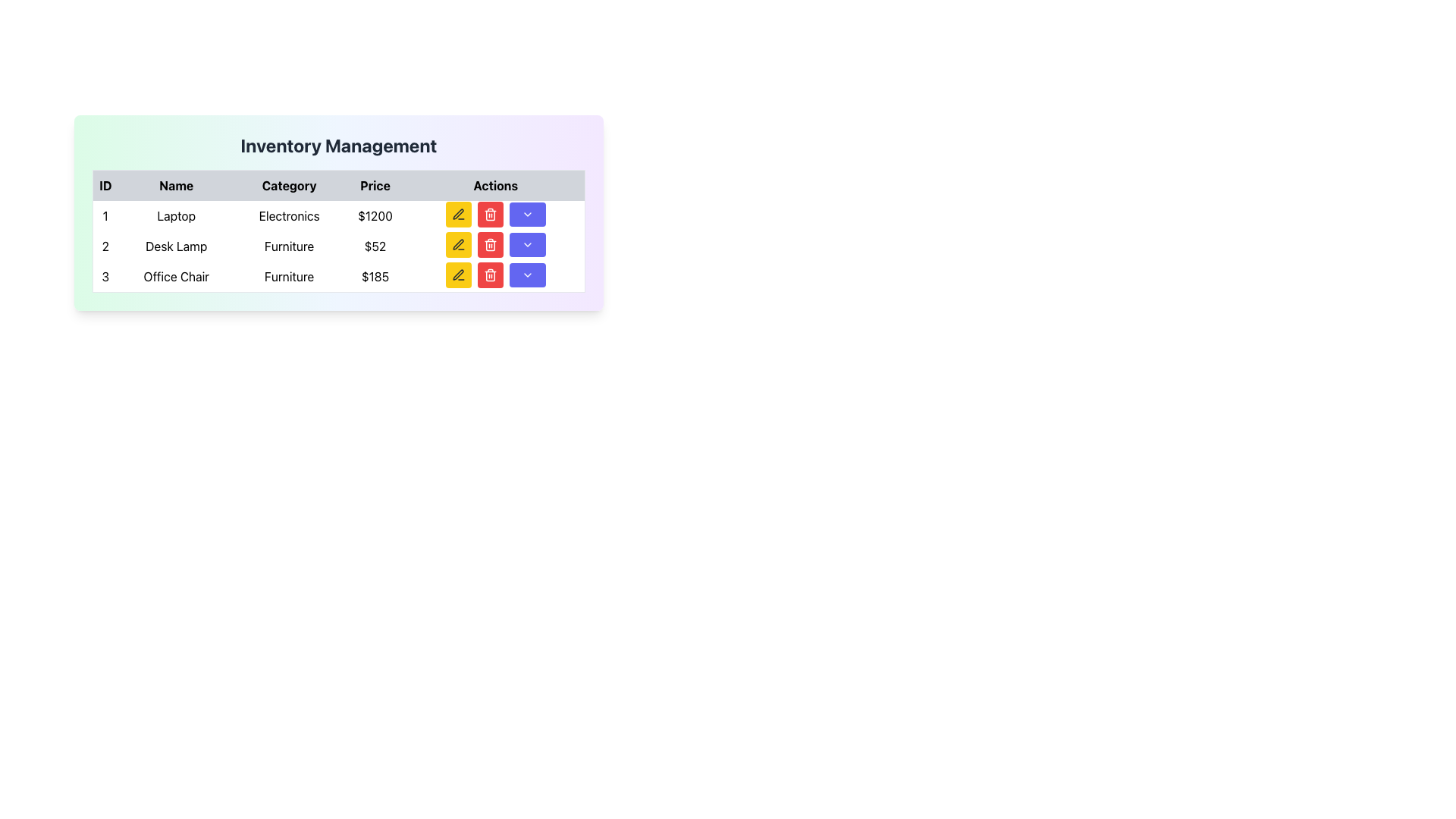 This screenshot has height=819, width=1456. Describe the element at coordinates (457, 275) in the screenshot. I see `the edit icon representing the editing action for the 'Office Chair' item, located in the 'Actions' column of the table` at that location.